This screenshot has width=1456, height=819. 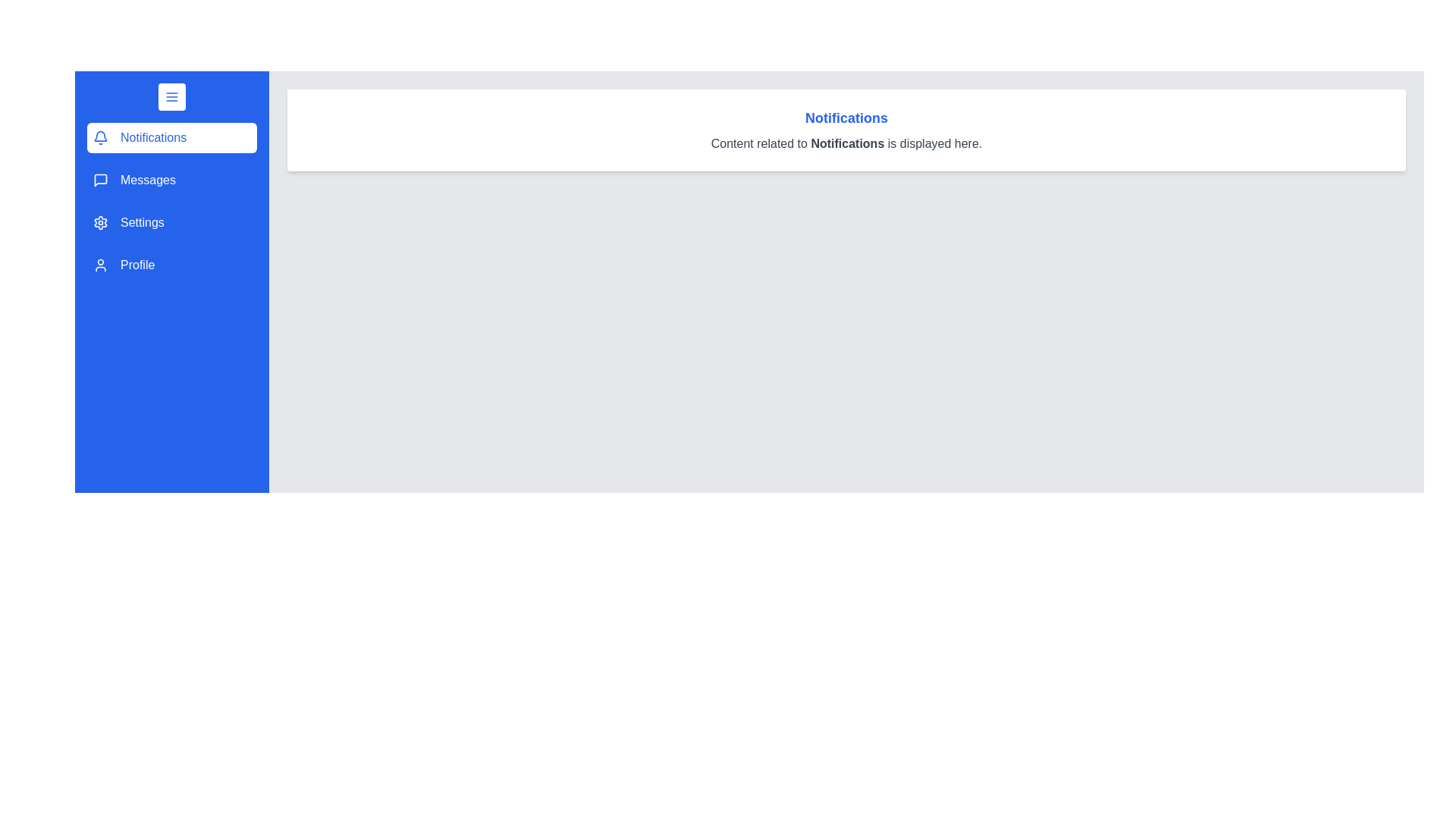 I want to click on toggle button at the top-left corner of the drawer to toggle its open/close state, so click(x=171, y=96).